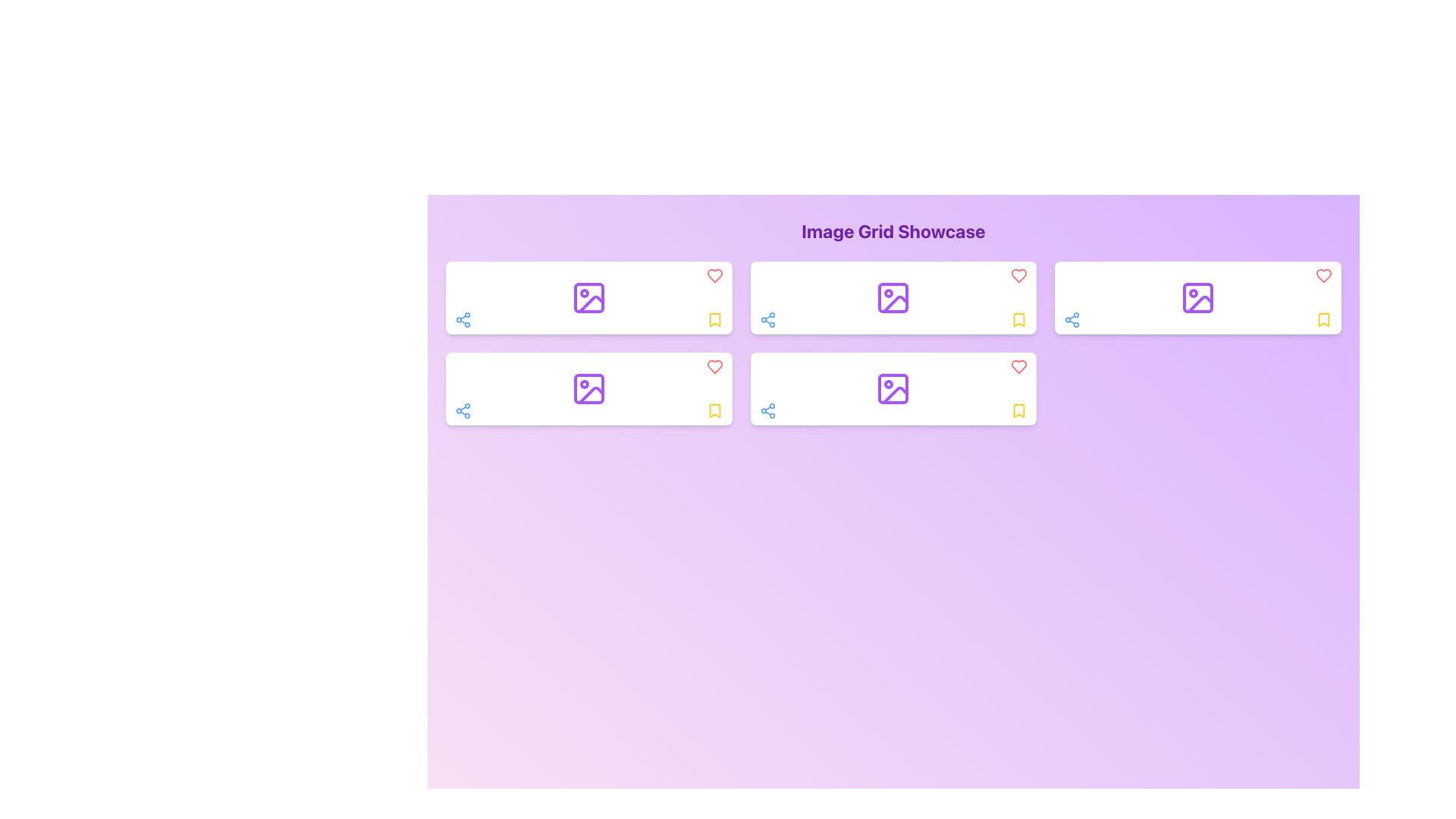 This screenshot has width=1456, height=819. I want to click on the red heart icon button located at the top-right corner inside the second card of the second row, so click(714, 366).